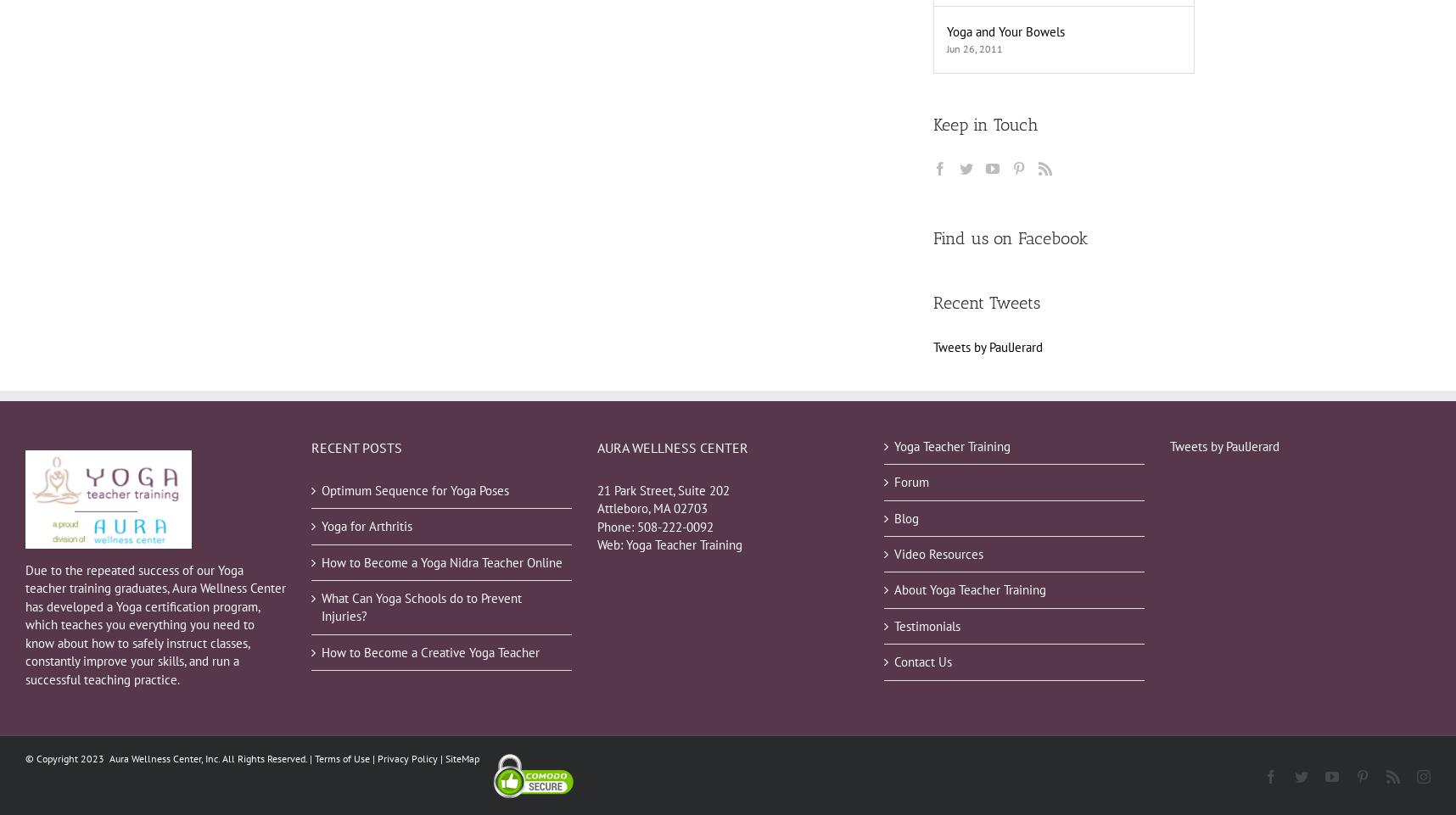 The height and width of the screenshot is (815, 1456). What do you see at coordinates (974, 47) in the screenshot?
I see `'Jun 26, 2011'` at bounding box center [974, 47].